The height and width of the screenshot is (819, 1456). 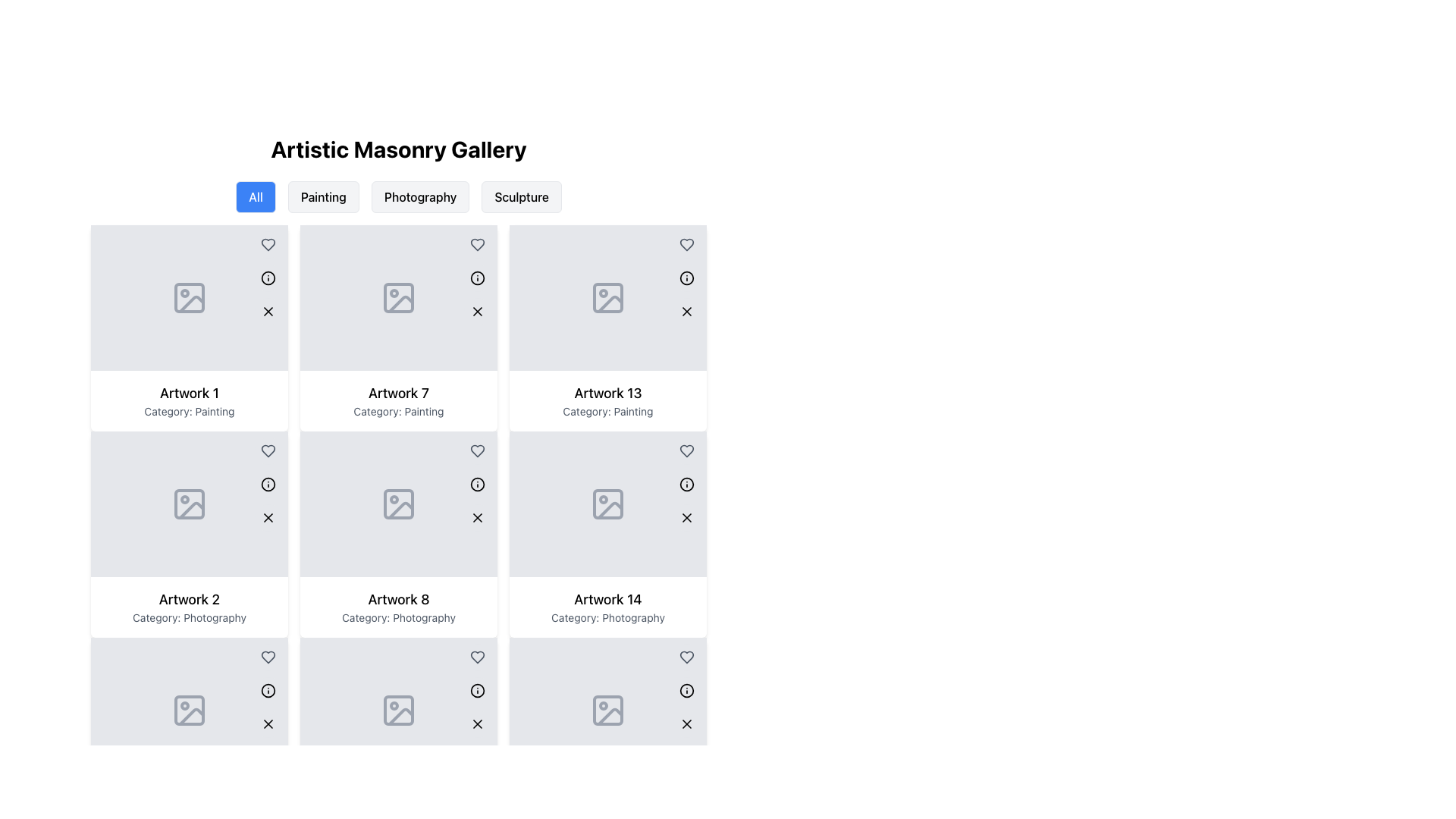 I want to click on the information icon located centrally in the 'Artwork 13' section, so click(x=686, y=485).